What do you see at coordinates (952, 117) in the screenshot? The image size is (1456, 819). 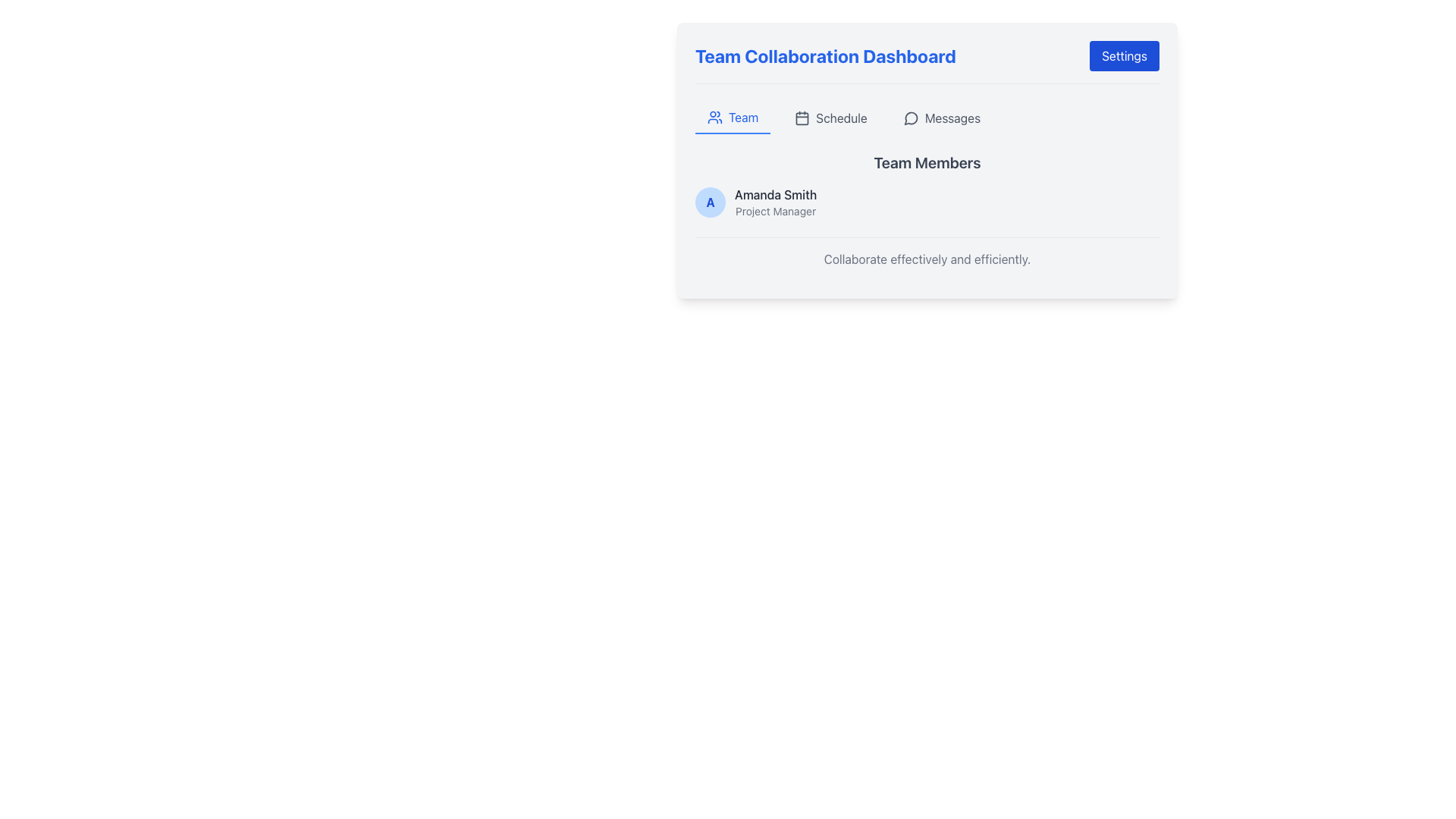 I see `the third text label in the top navigation section` at bounding box center [952, 117].